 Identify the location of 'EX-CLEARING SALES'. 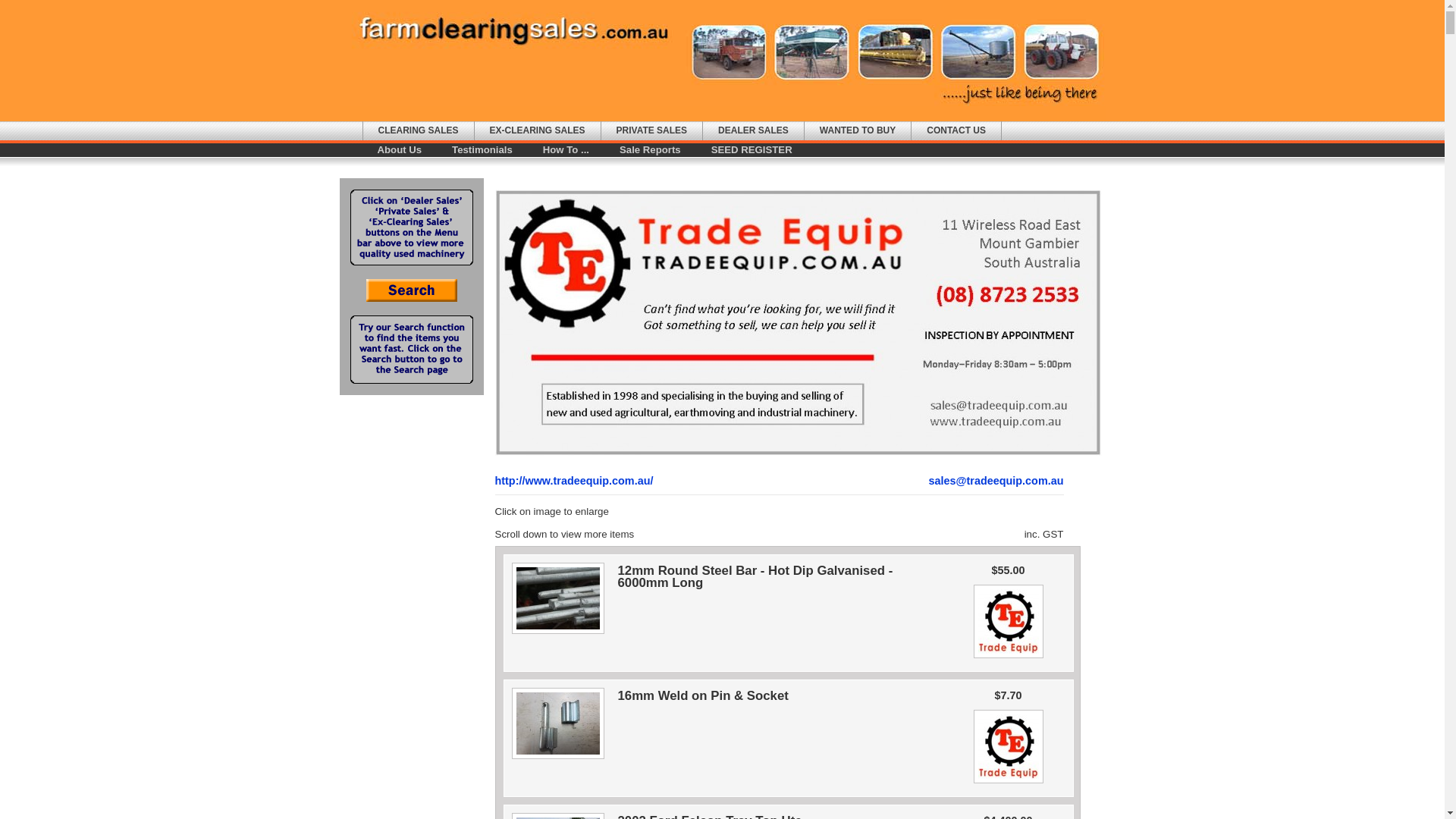
(538, 130).